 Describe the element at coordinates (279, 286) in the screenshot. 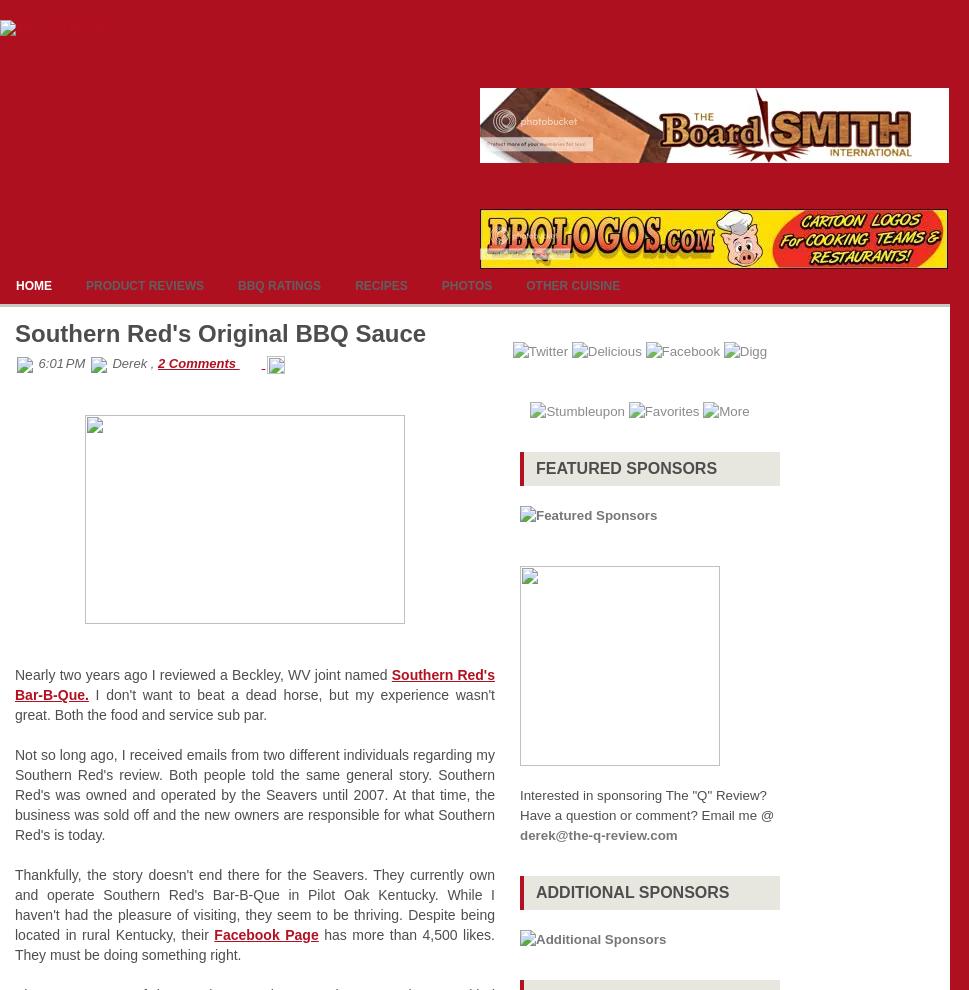

I see `'BBQ Ratings'` at that location.